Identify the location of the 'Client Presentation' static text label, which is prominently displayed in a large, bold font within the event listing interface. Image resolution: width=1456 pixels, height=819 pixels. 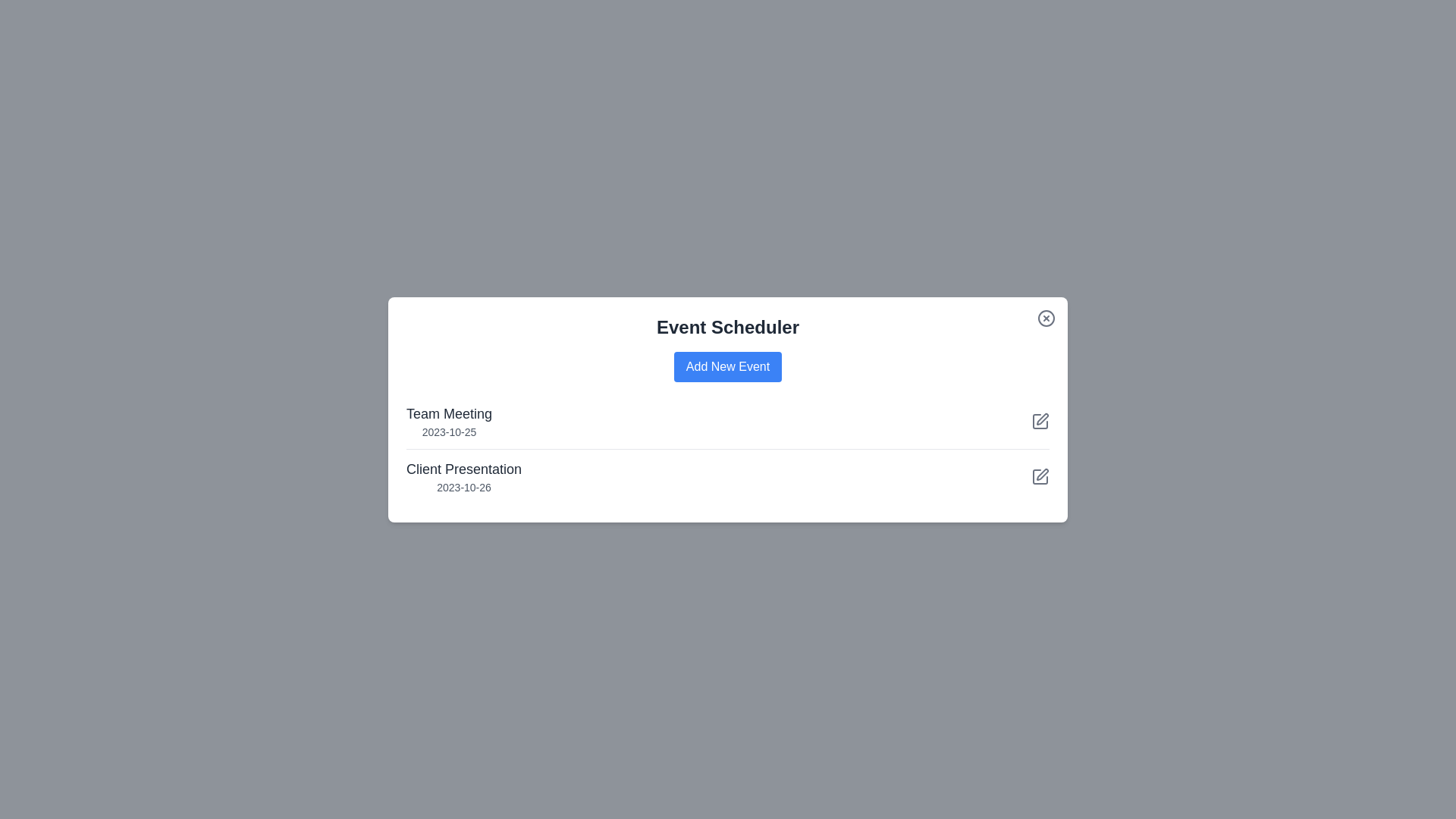
(463, 468).